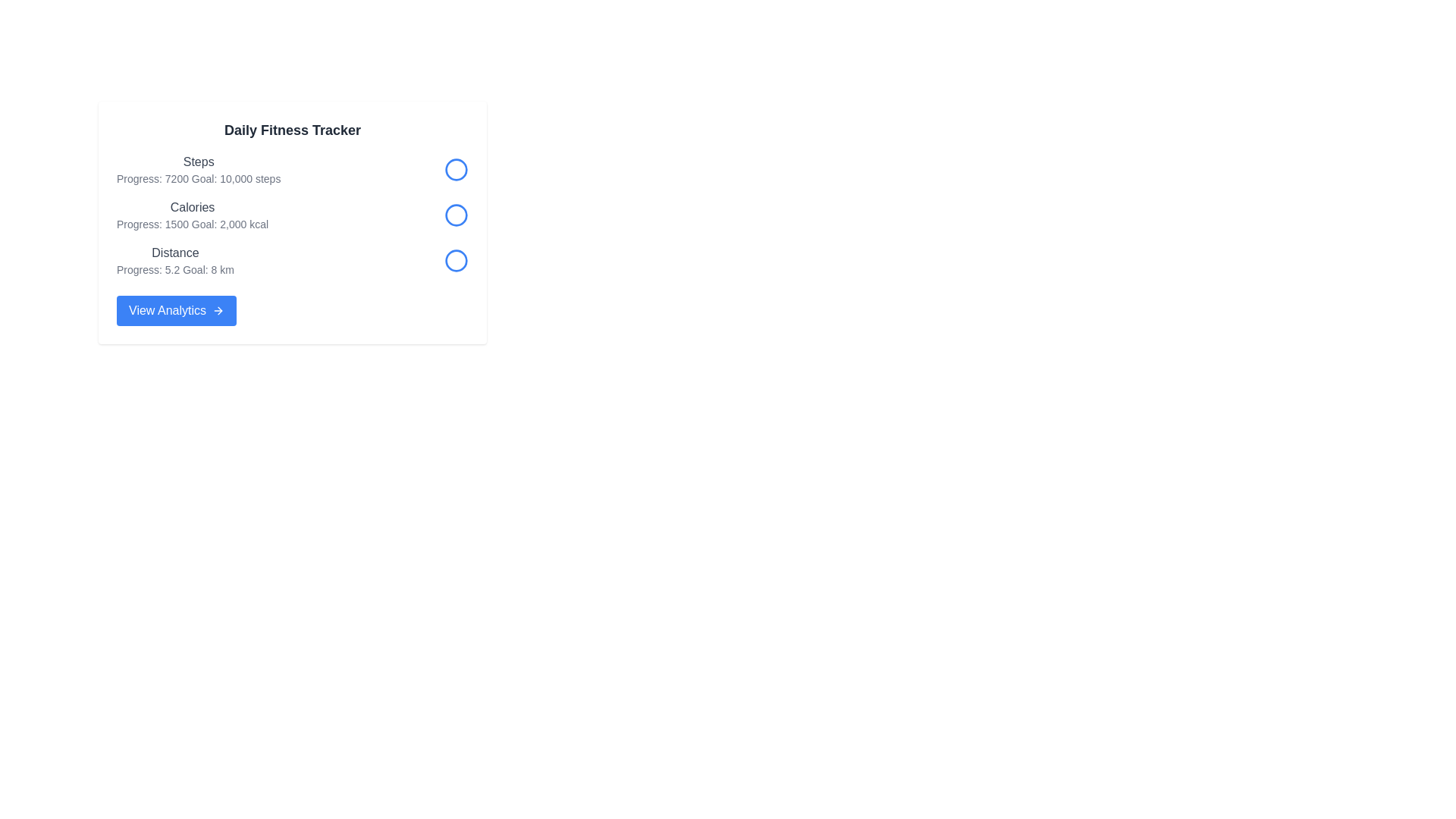 The image size is (1456, 819). I want to click on the Informational display section that summarizes daily fitness statistics, positioned below the 'Daily Fitness Tracker' title and above the 'View Analytics' button, so click(292, 215).